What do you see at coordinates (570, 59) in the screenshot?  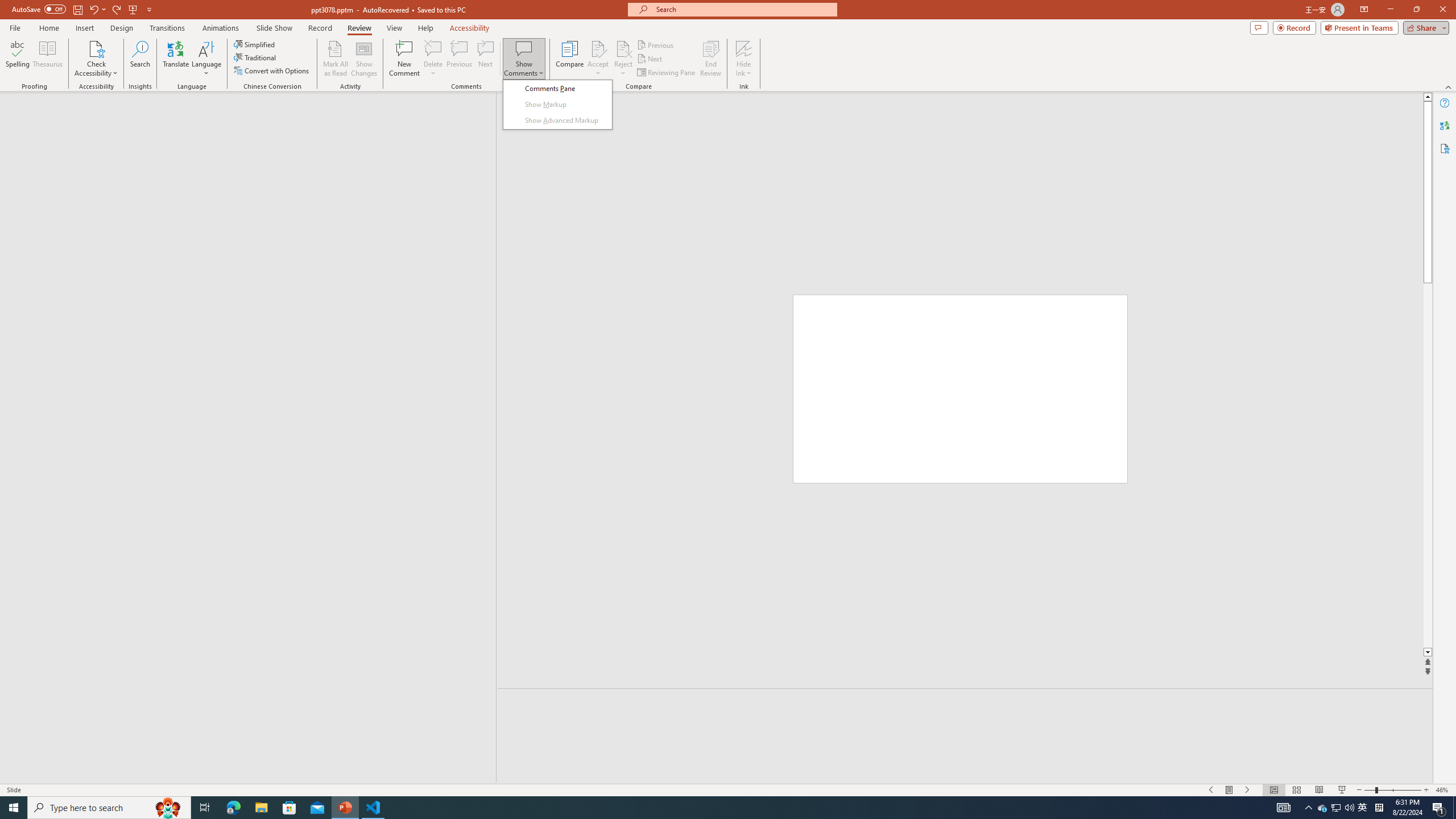 I see `'Compare'` at bounding box center [570, 59].